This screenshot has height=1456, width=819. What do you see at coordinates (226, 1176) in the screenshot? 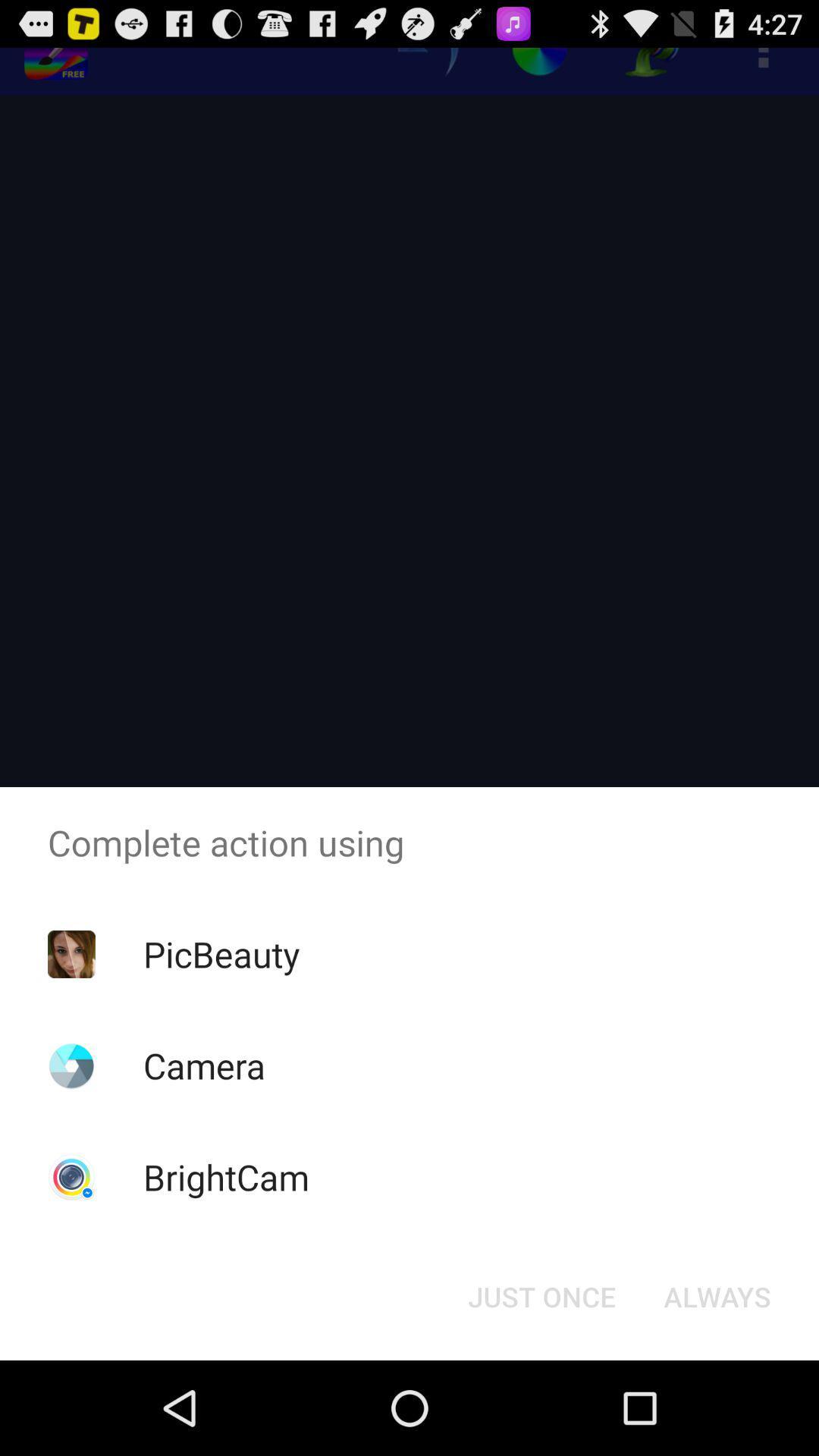
I see `the app below the camera icon` at bounding box center [226, 1176].